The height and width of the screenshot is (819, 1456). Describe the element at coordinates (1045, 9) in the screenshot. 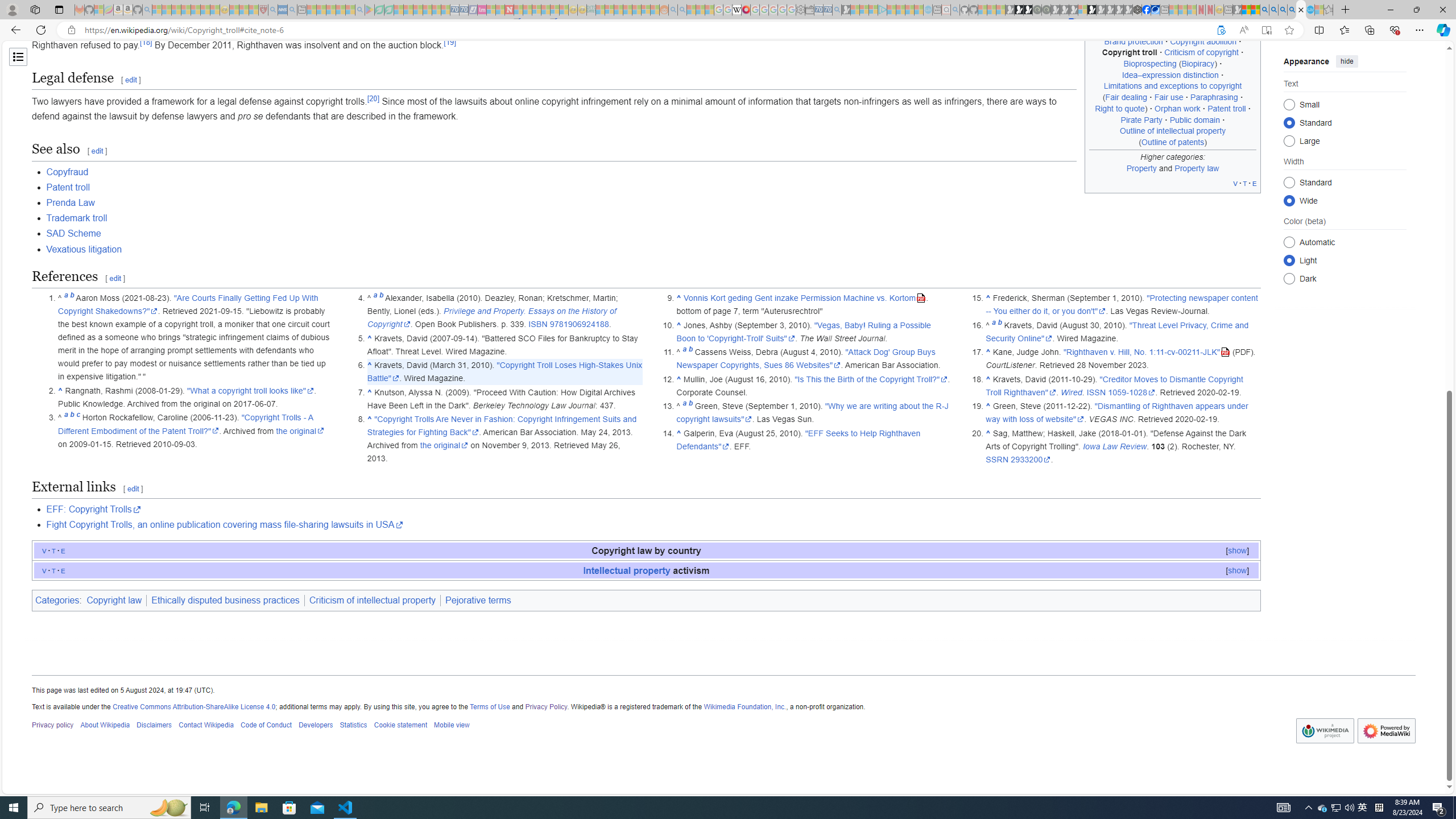

I see `'Future Focus Report 2024 - Sleeping'` at that location.